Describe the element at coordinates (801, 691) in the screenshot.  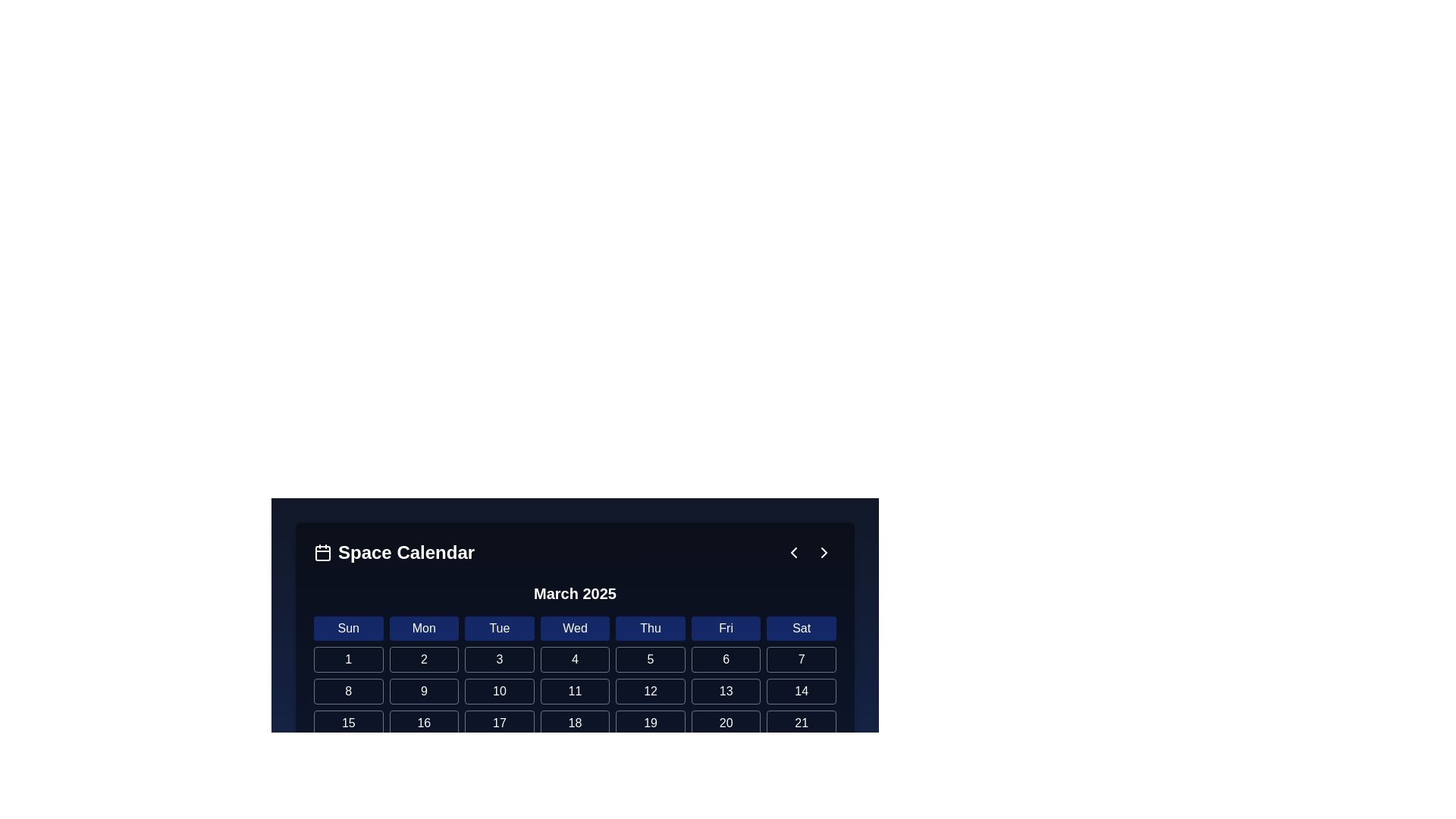
I see `the calendar date button representing the 14th of the month` at that location.